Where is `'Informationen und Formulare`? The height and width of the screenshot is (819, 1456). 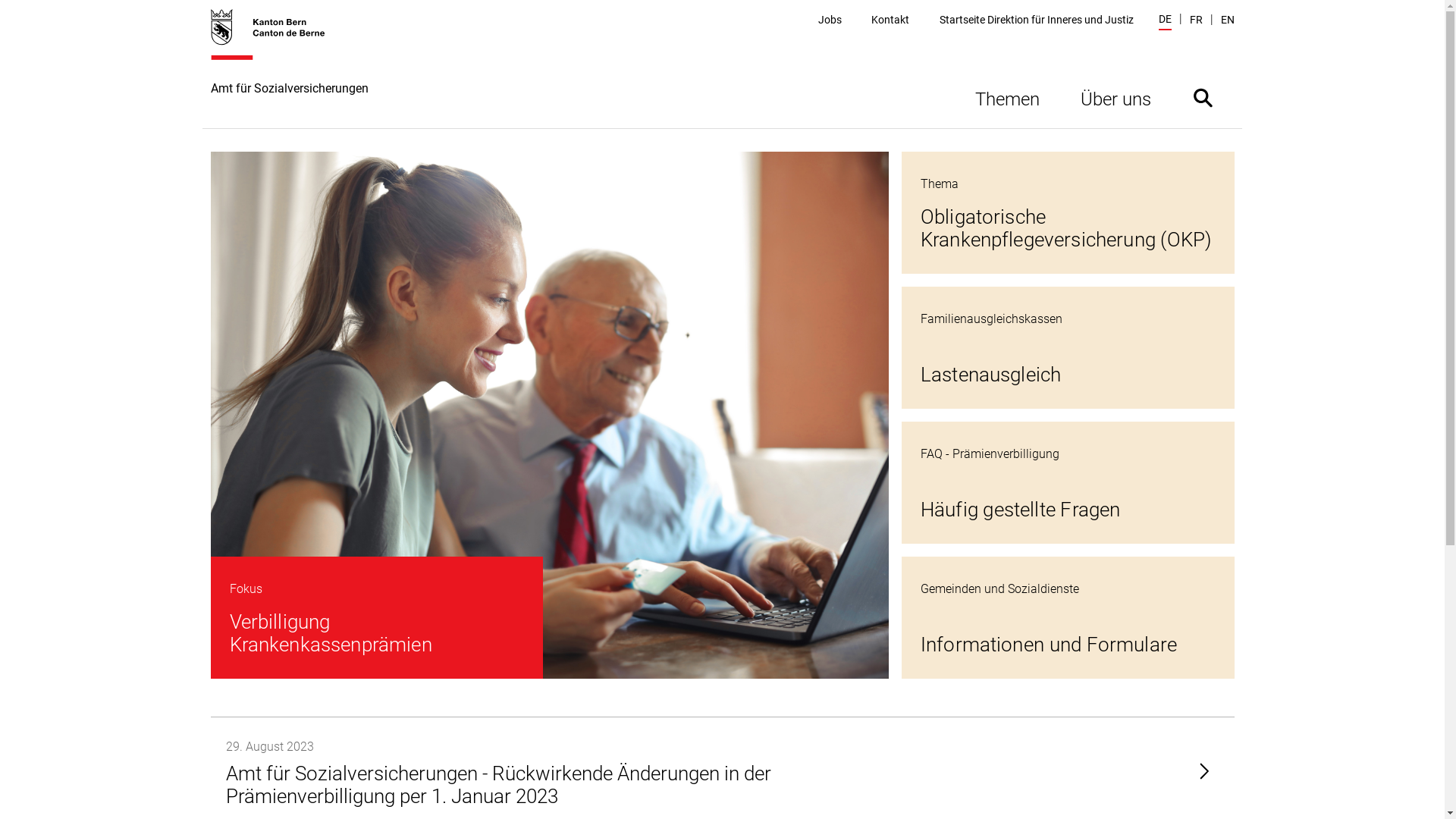
'Informationen und Formulare is located at coordinates (1067, 617).